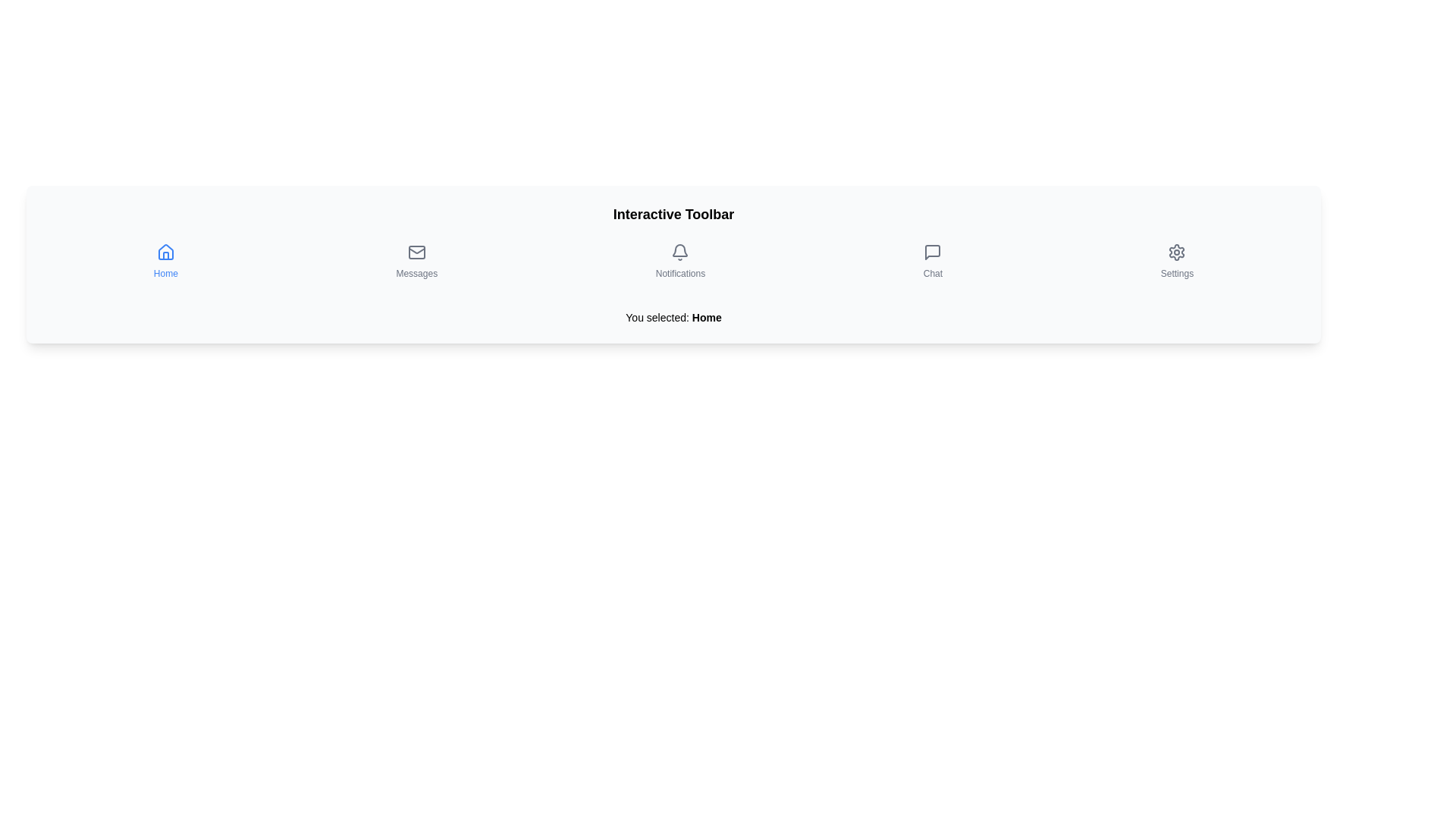  I want to click on the cogwheel-shaped icon indicative of the settings menu located on the far-right side of the interactive toolbar, so click(1176, 251).